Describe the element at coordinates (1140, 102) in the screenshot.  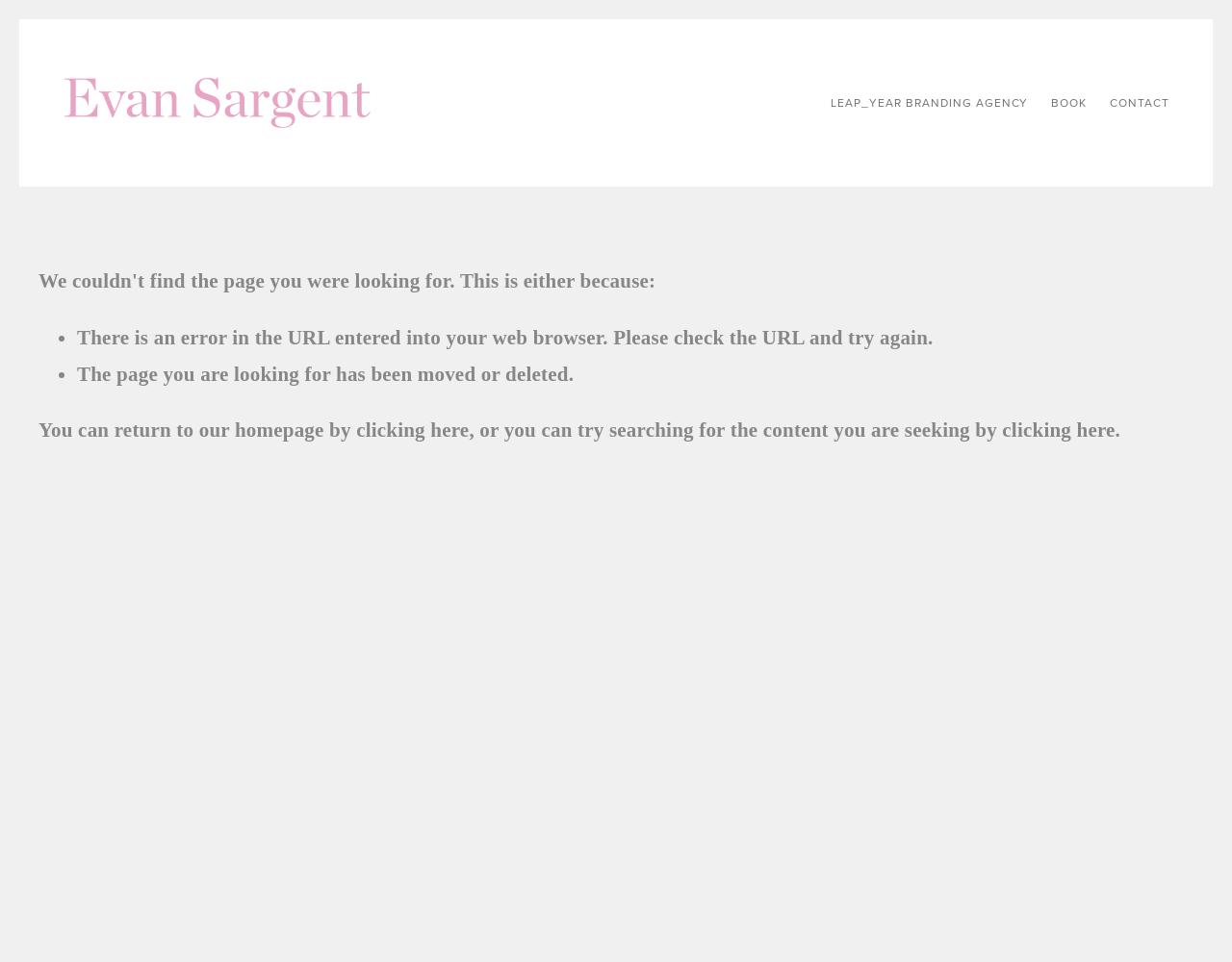
I see `'Contact'` at that location.